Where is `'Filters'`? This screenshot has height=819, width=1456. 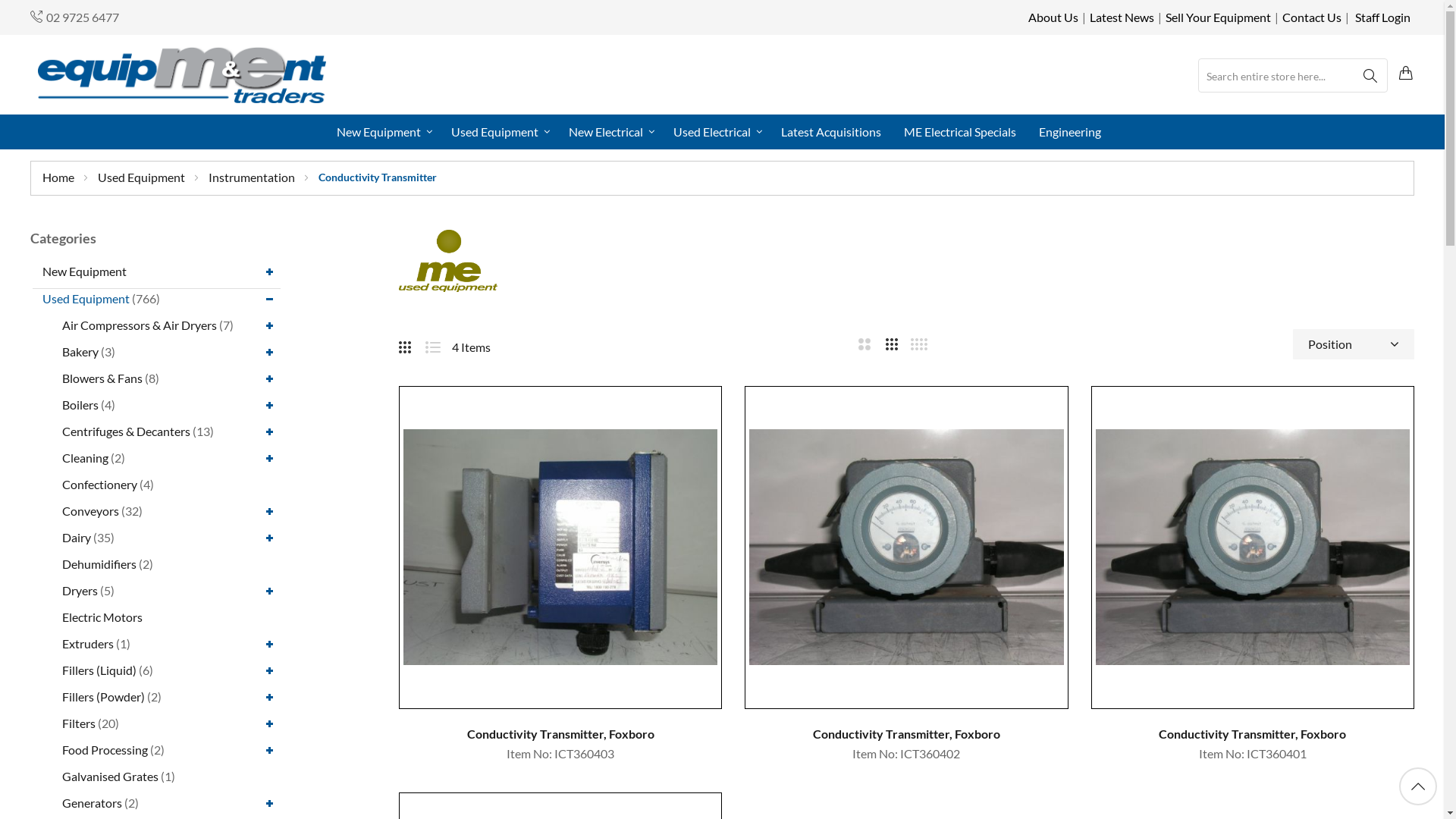 'Filters' is located at coordinates (78, 722).